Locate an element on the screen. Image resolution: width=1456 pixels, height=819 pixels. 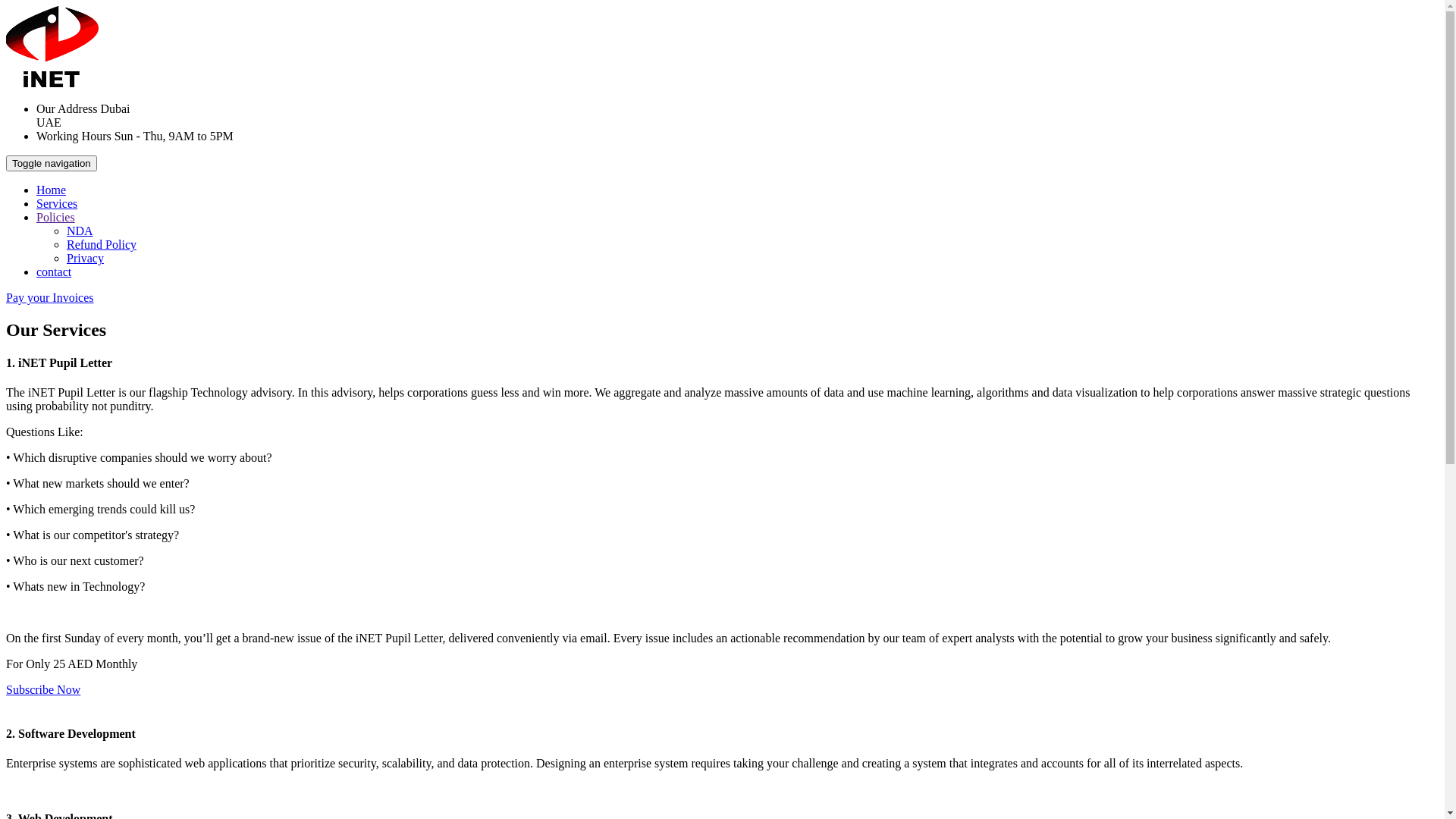
'Subscribe Now' is located at coordinates (43, 689).